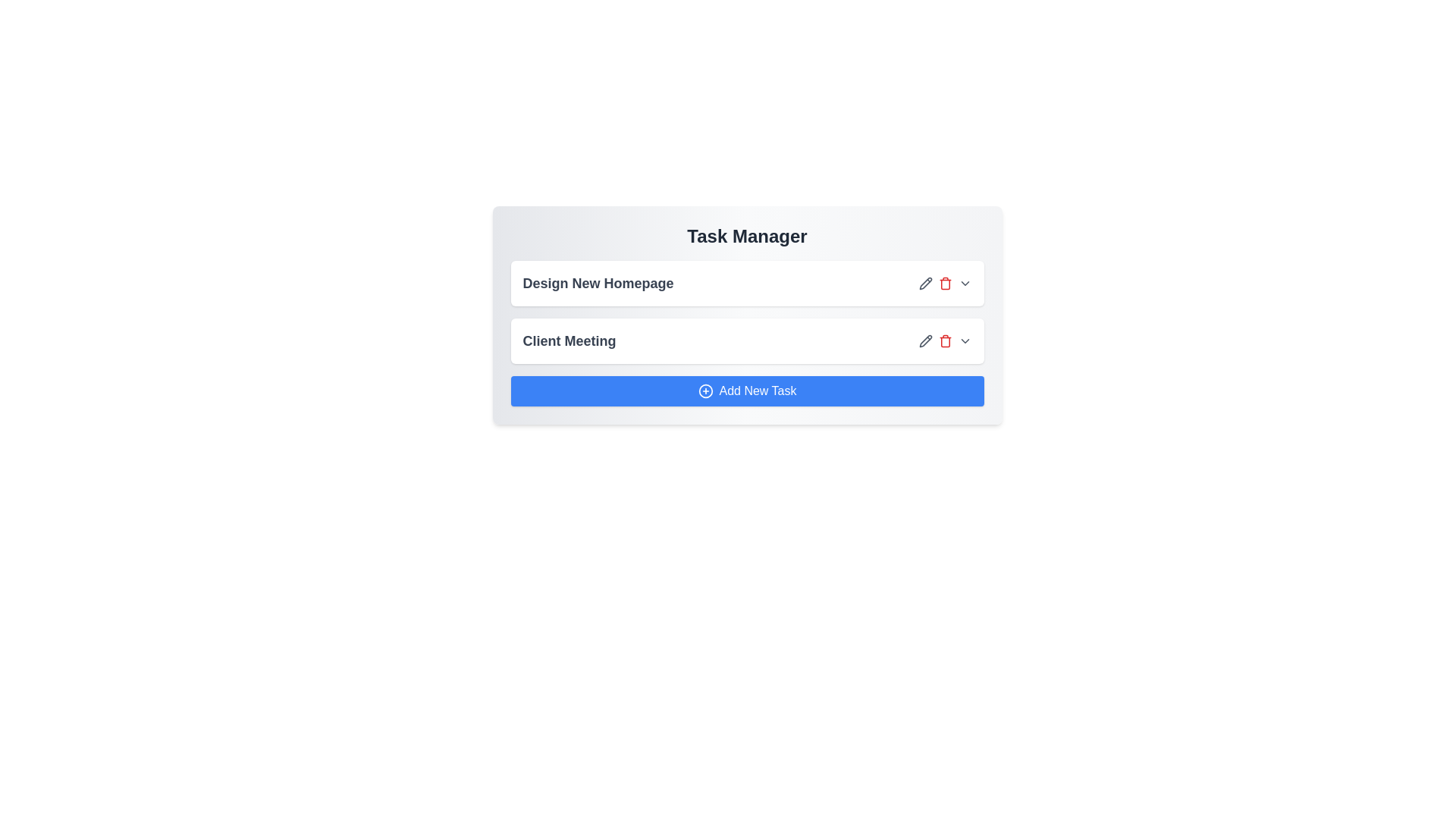  Describe the element at coordinates (944, 341) in the screenshot. I see `the delete button for the task titled 'Client Meeting'` at that location.